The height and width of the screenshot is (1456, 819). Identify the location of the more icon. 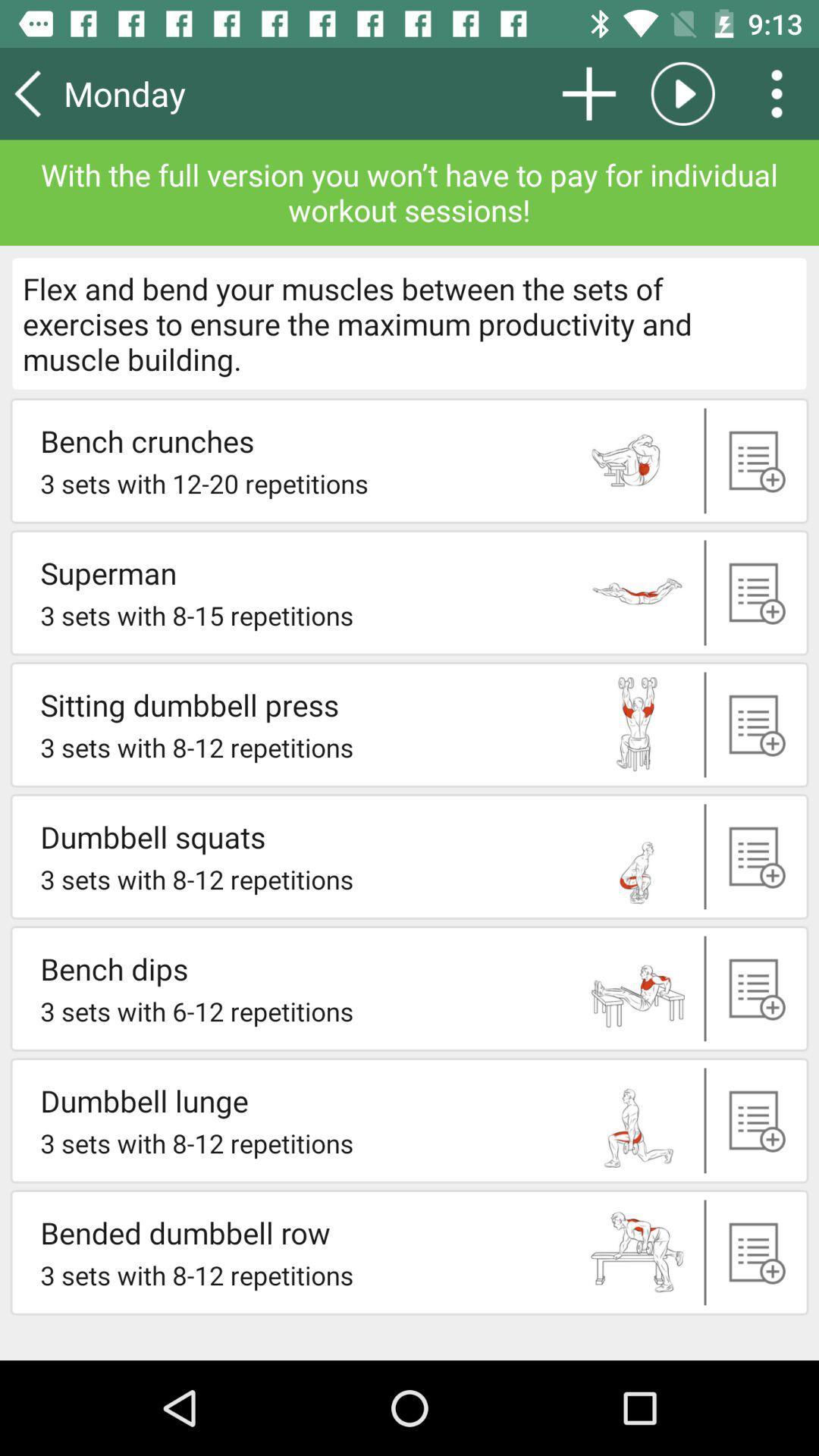
(782, 93).